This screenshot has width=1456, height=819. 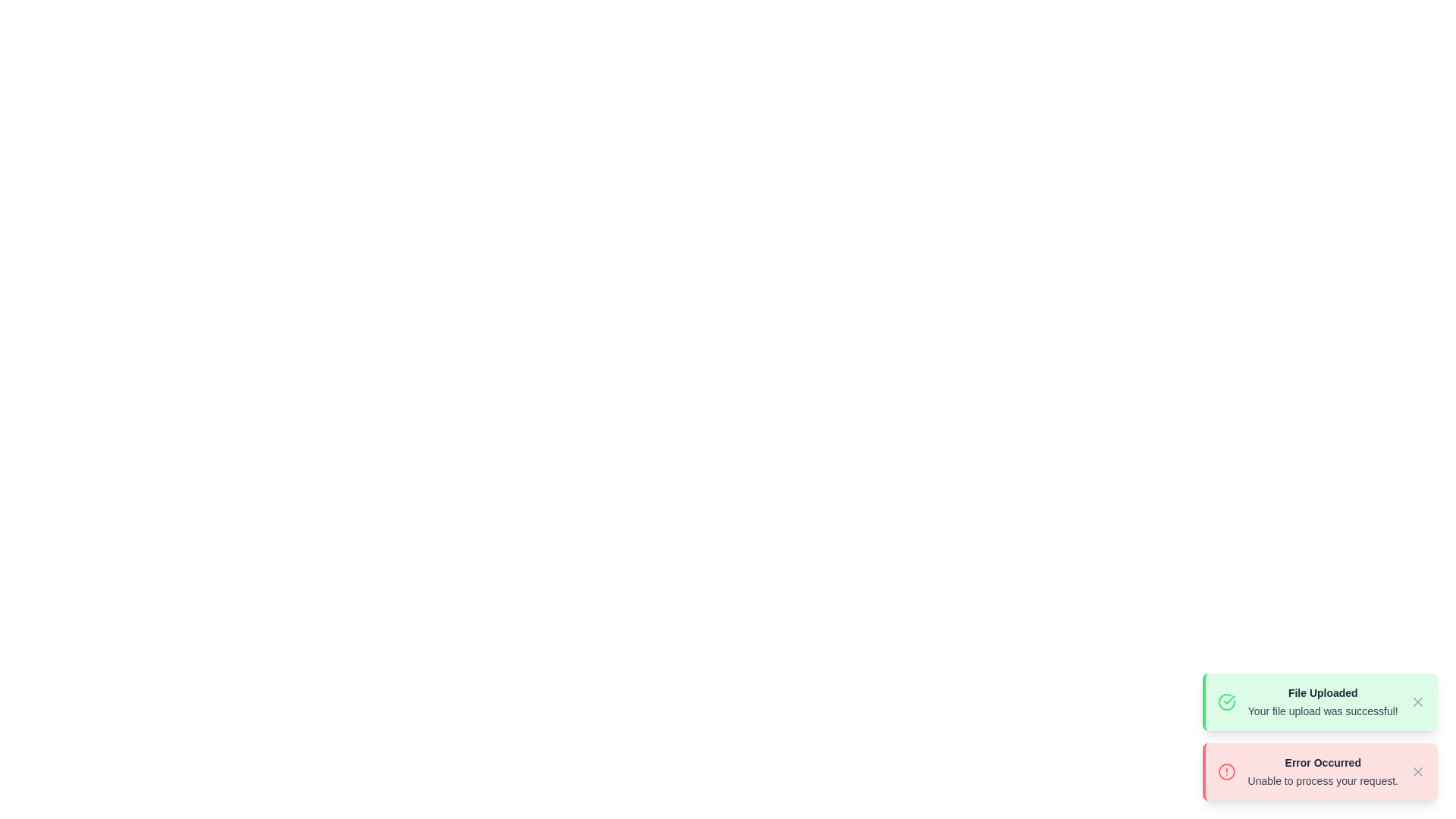 I want to click on error message text block located in the bottom-right section of the interface, which is part of the notification component, positioned between an icon and a close button, so click(x=1322, y=772).